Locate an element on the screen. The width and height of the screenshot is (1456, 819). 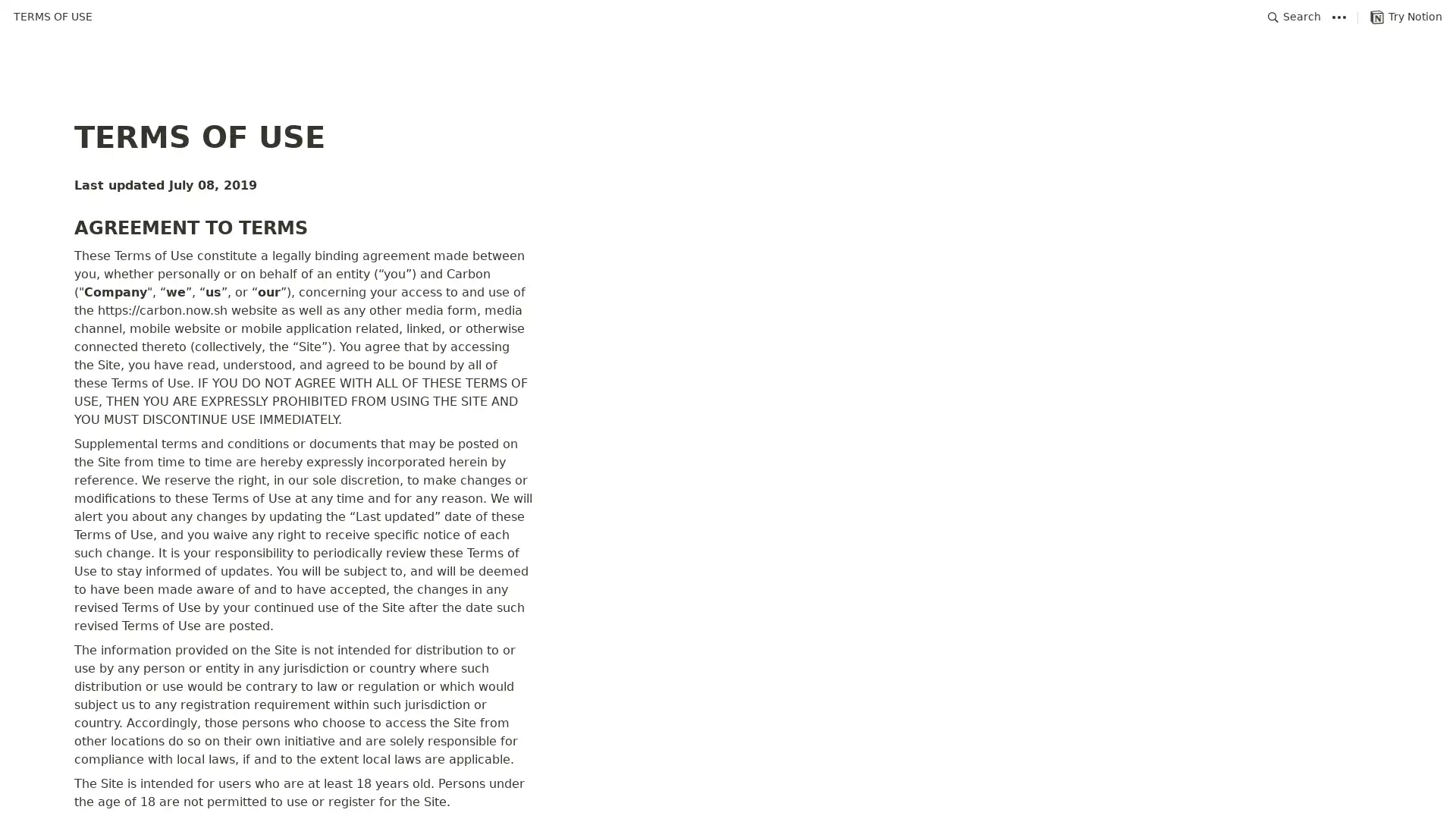
Search is located at coordinates (1294, 17).